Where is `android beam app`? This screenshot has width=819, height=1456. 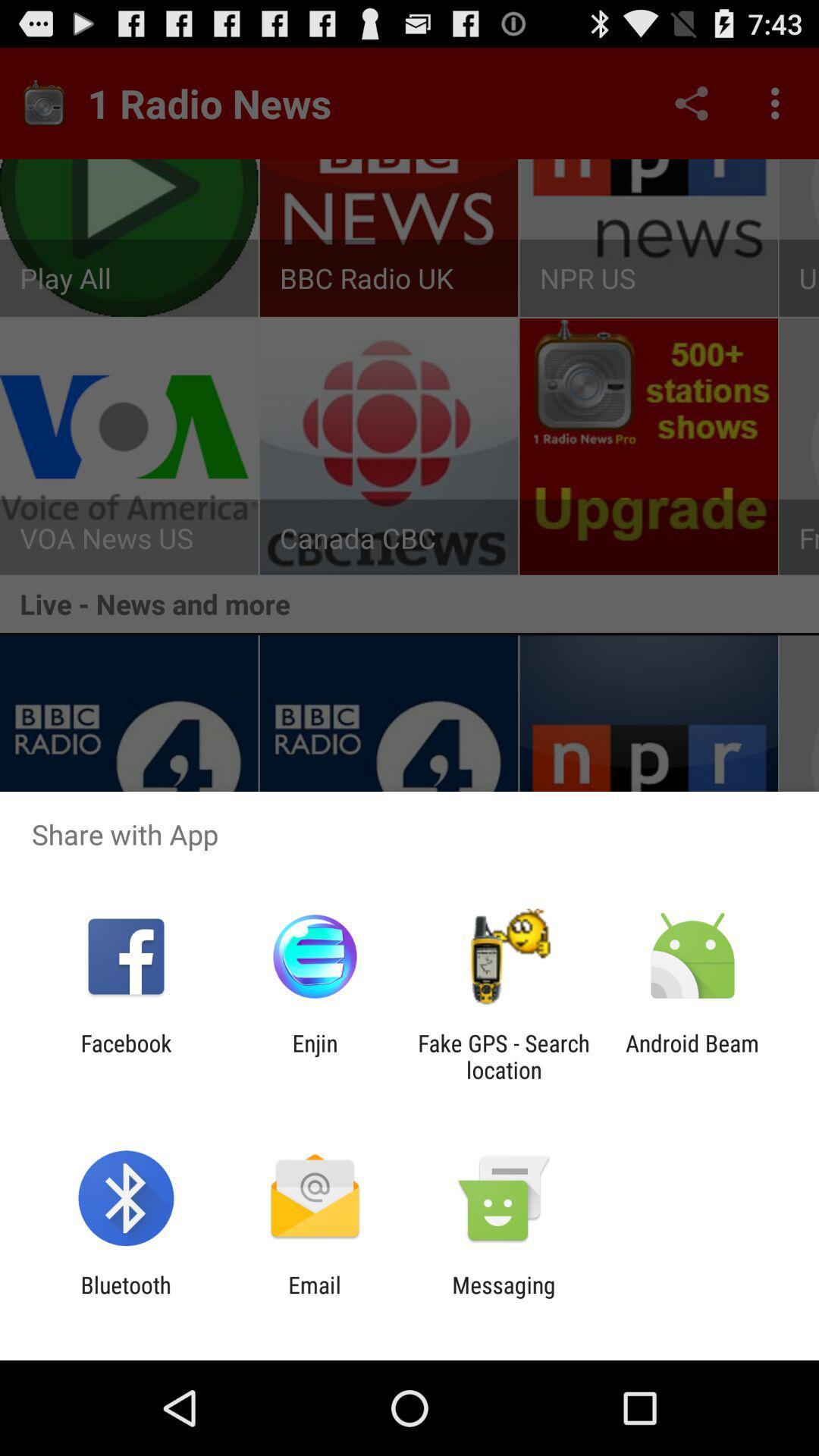
android beam app is located at coordinates (692, 1056).